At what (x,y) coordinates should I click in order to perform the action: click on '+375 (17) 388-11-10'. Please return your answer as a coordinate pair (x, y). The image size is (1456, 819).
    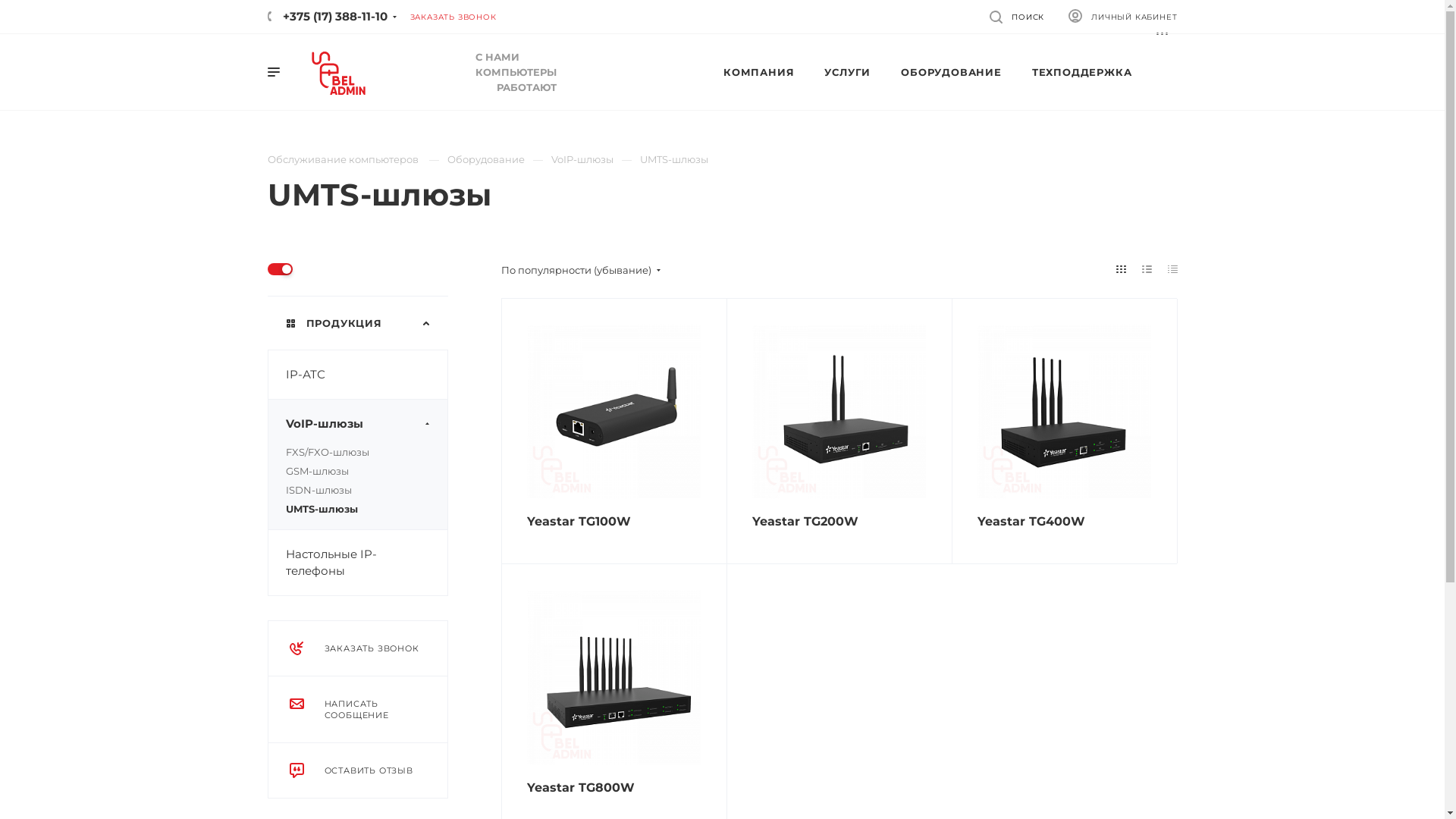
    Looking at the image, I should click on (326, 16).